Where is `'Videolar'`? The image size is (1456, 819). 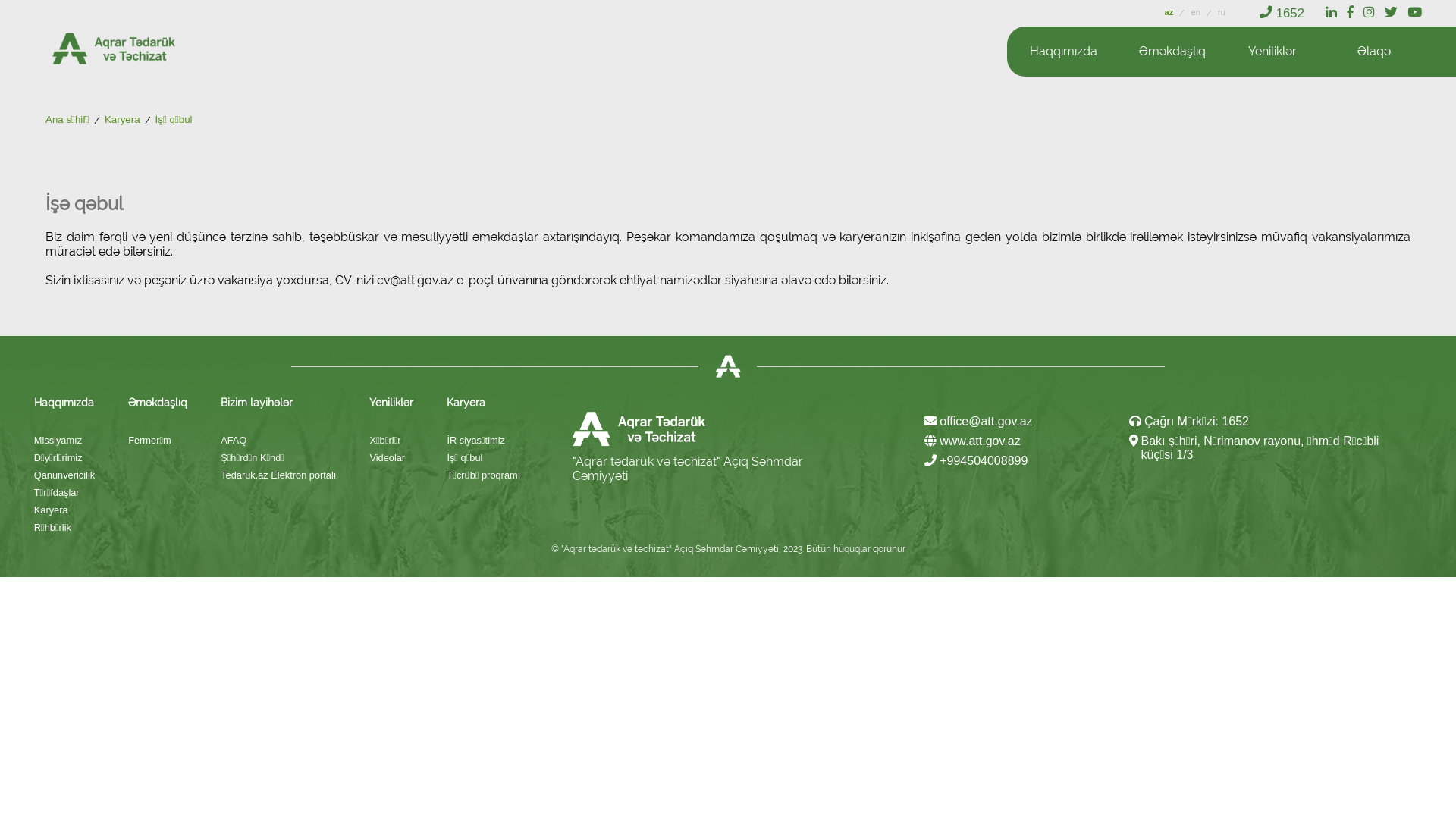 'Videolar' is located at coordinates (391, 457).